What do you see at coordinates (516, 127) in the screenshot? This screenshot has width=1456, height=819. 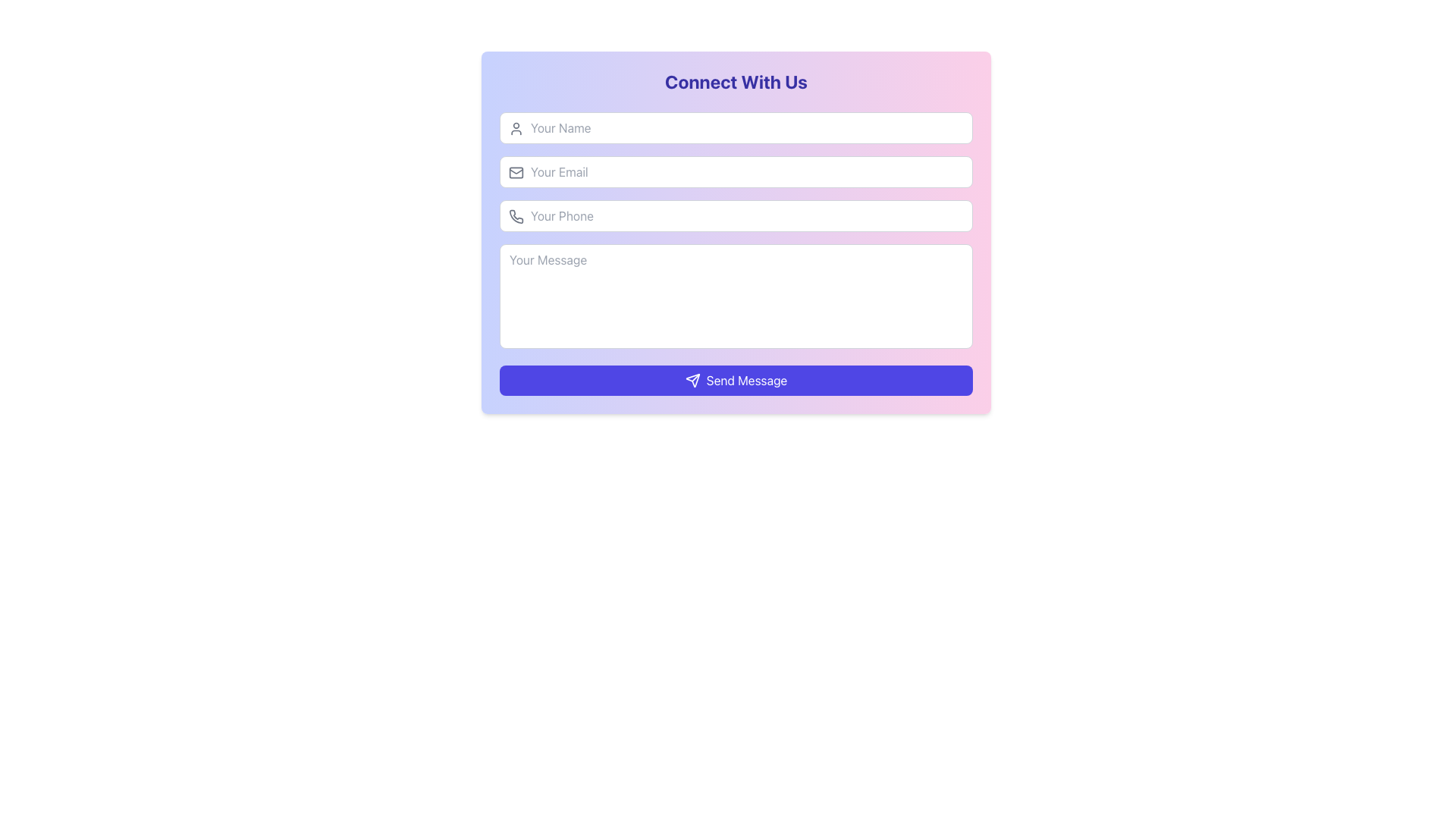 I see `the icon located in the top-left corner of the 'Your Name' text input field, which serves as a decorative marker for the field` at bounding box center [516, 127].